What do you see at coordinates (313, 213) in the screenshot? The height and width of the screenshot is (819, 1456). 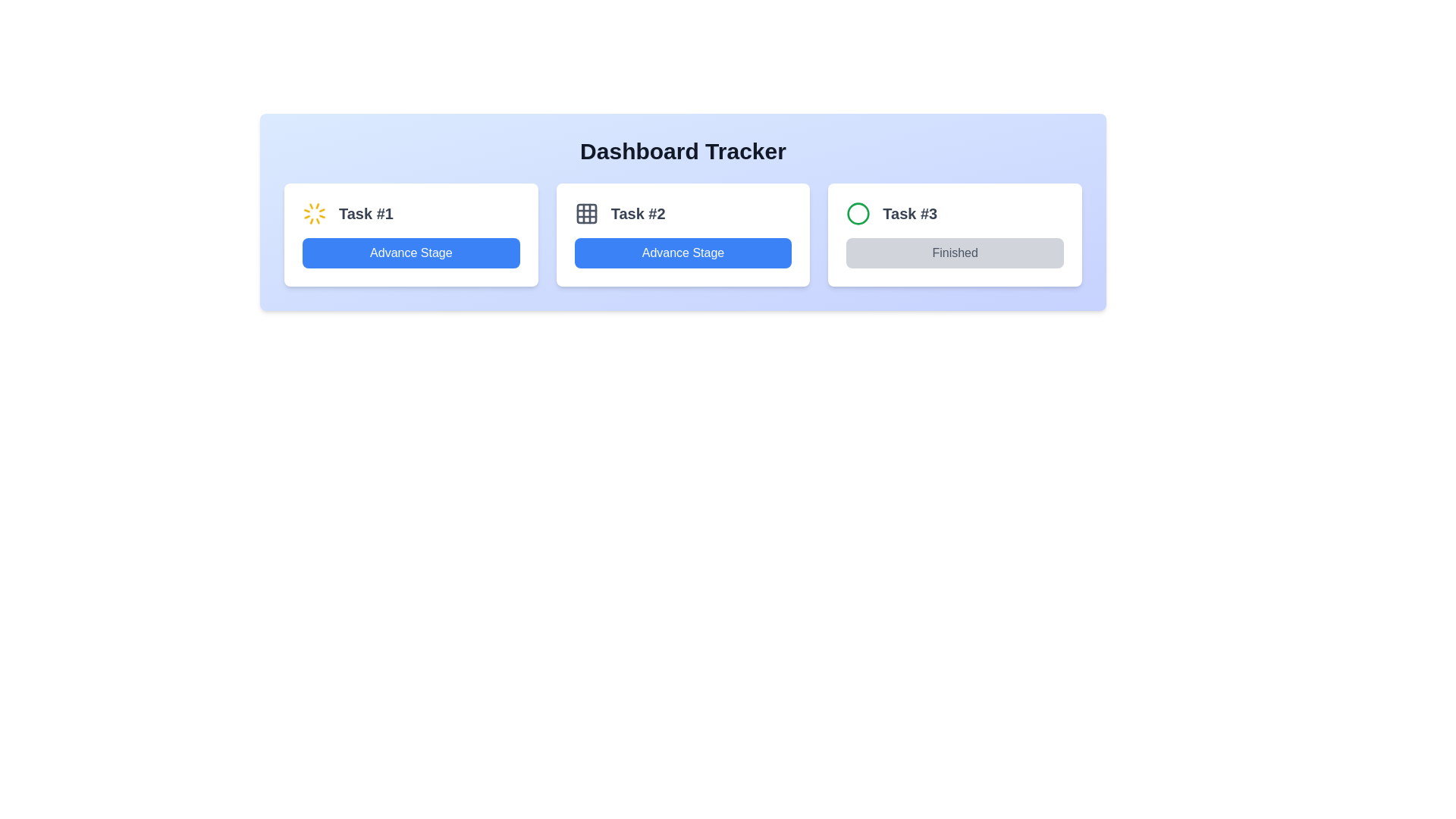 I see `the yellow circular loading spinner icon with radial lines, located at the top left corner of the Task #1 card adjacent to the text 'Task #1'` at bounding box center [313, 213].